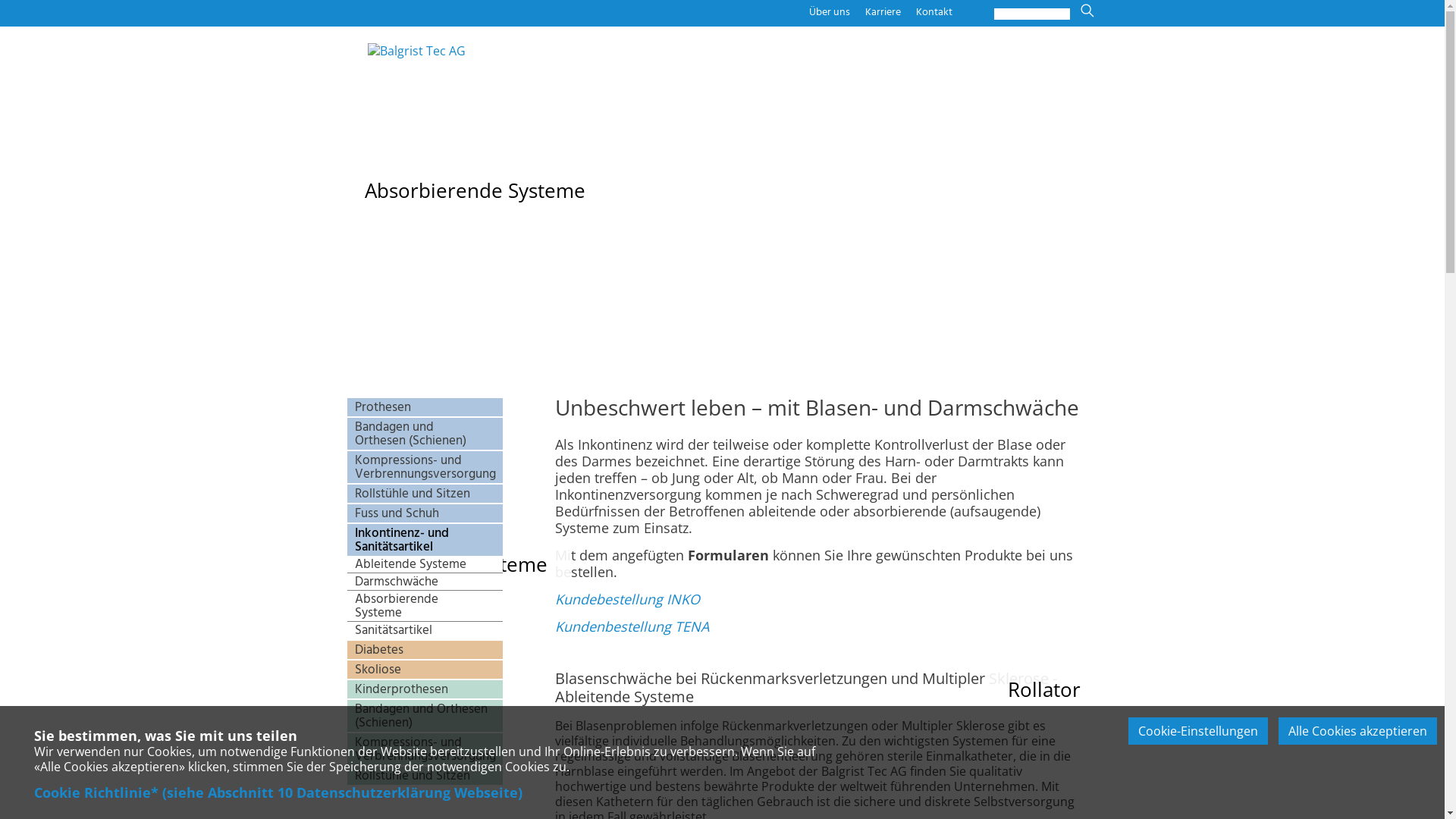  Describe the element at coordinates (425, 605) in the screenshot. I see `'Absorbierende Systeme'` at that location.